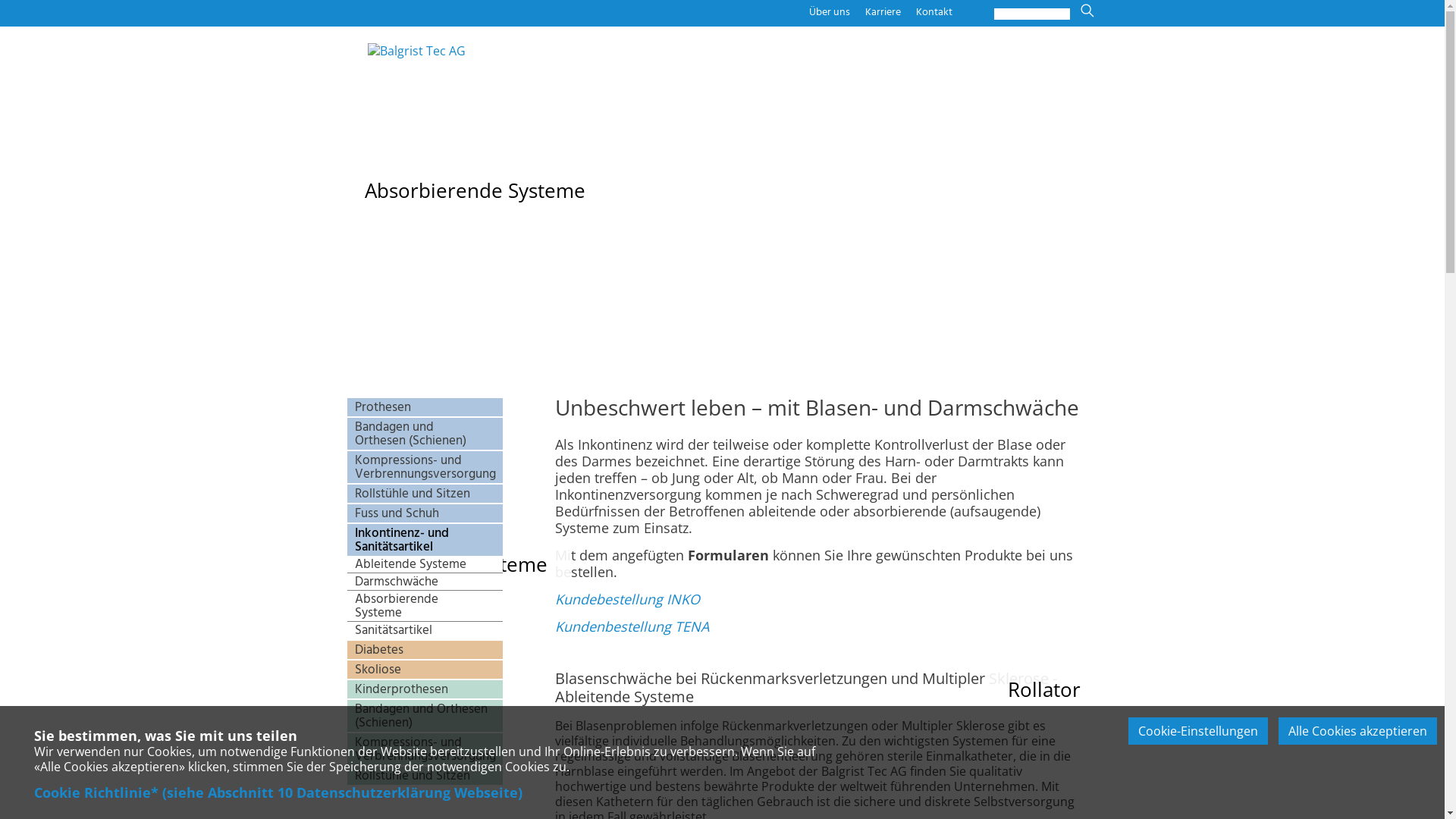  Describe the element at coordinates (425, 605) in the screenshot. I see `'Absorbierende Systeme'` at that location.